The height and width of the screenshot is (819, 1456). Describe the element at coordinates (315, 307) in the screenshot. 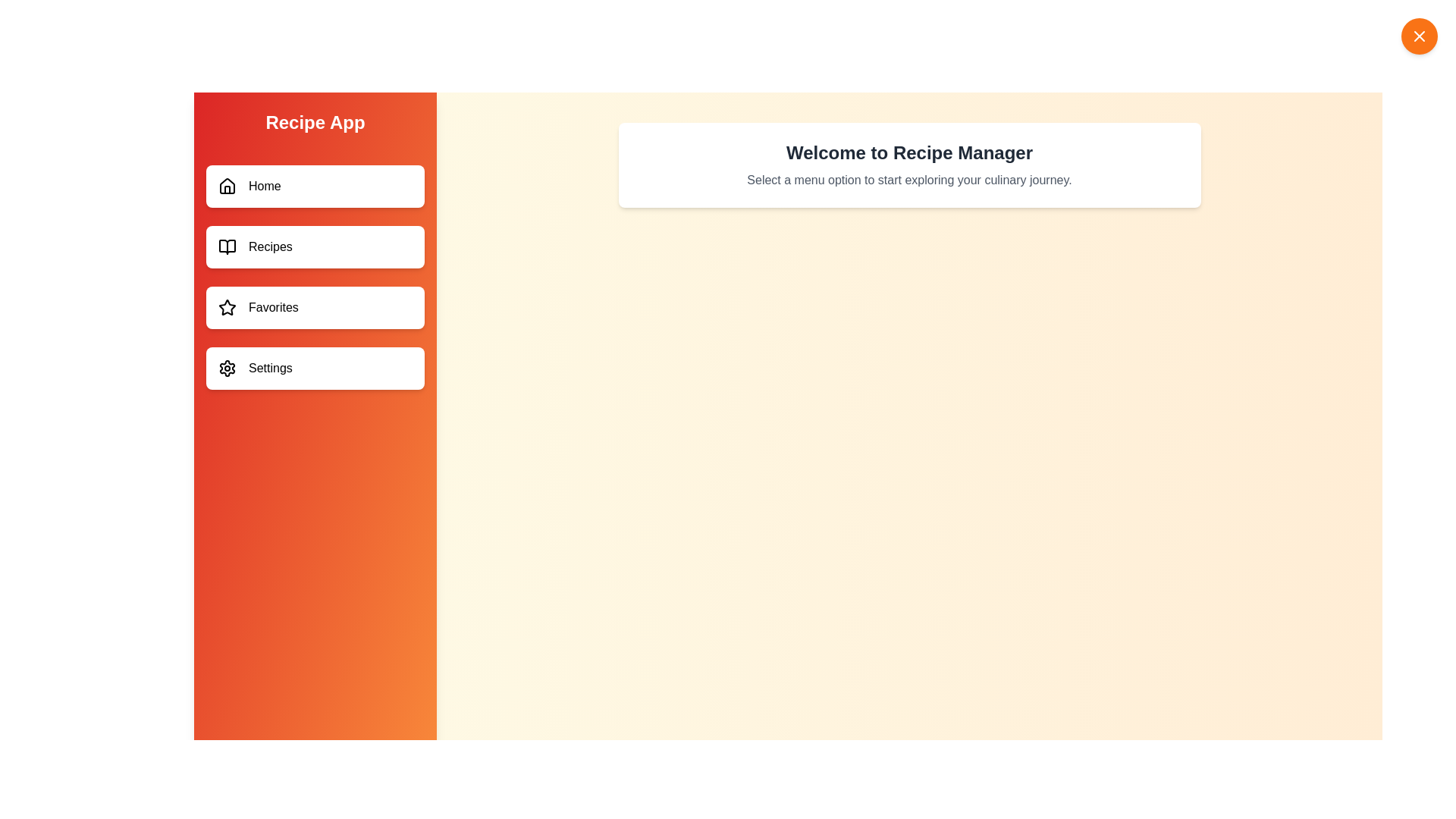

I see `the menu item labeled Favorites` at that location.